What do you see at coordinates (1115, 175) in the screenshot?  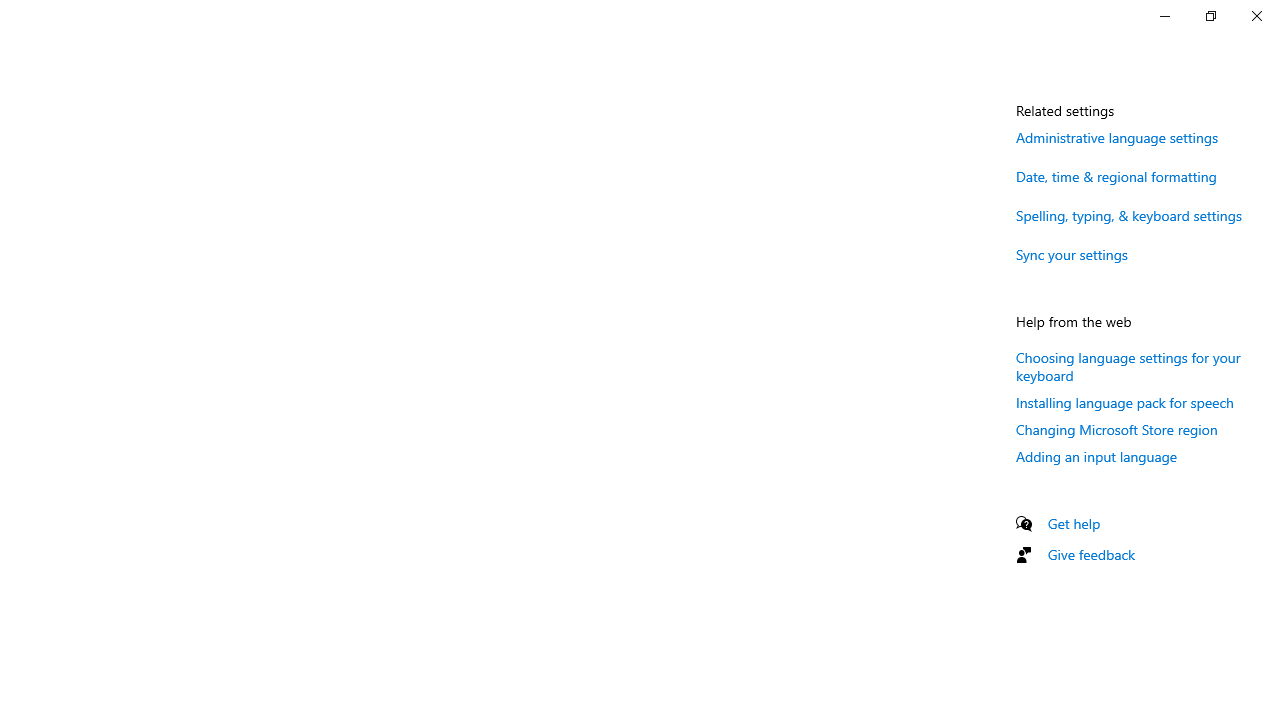 I see `'Date, time & regional formatting'` at bounding box center [1115, 175].